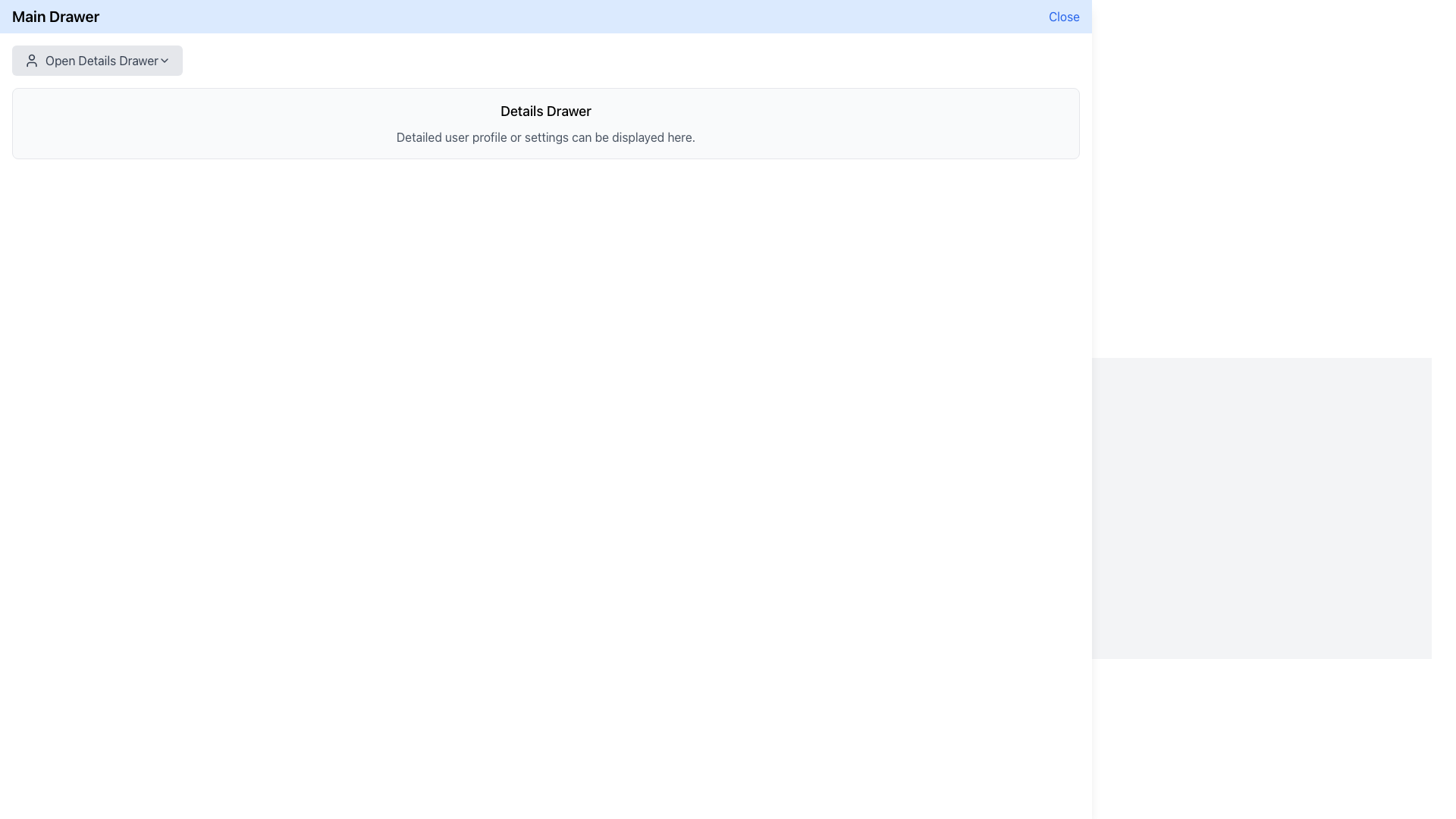  I want to click on the chevron icon located to the right of the 'Open Details Drawer' button, so click(164, 60).